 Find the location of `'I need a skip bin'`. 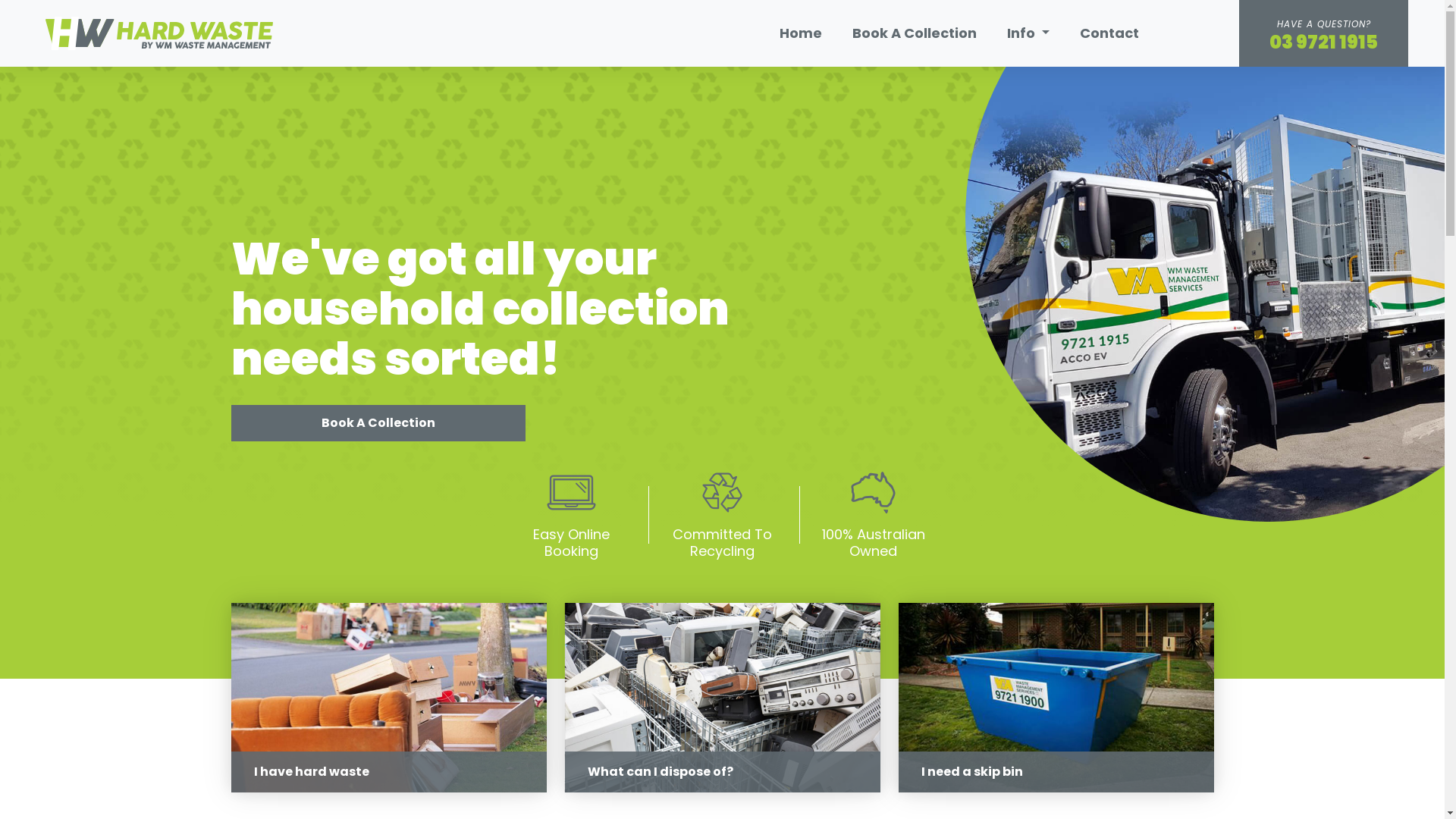

'I need a skip bin' is located at coordinates (1055, 698).